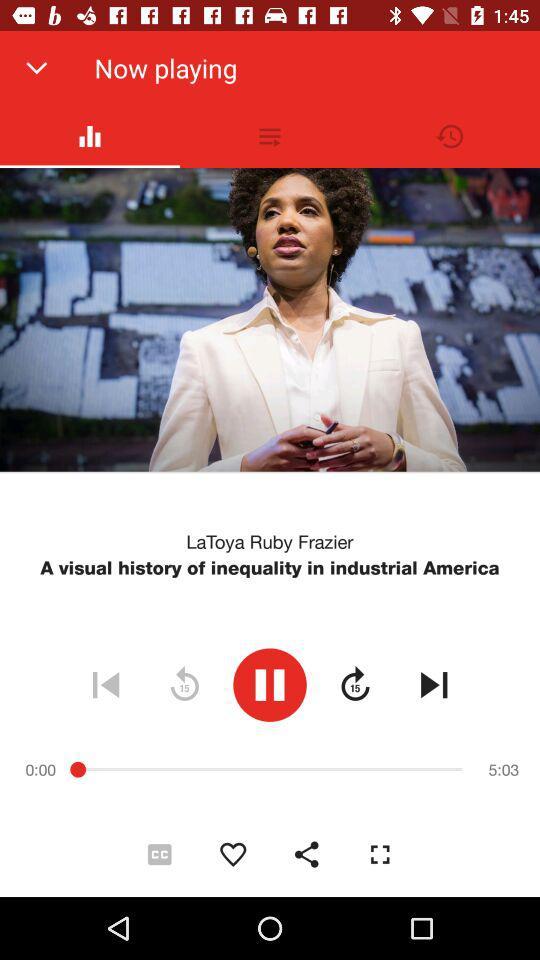  Describe the element at coordinates (105, 684) in the screenshot. I see `the skip_previous icon` at that location.